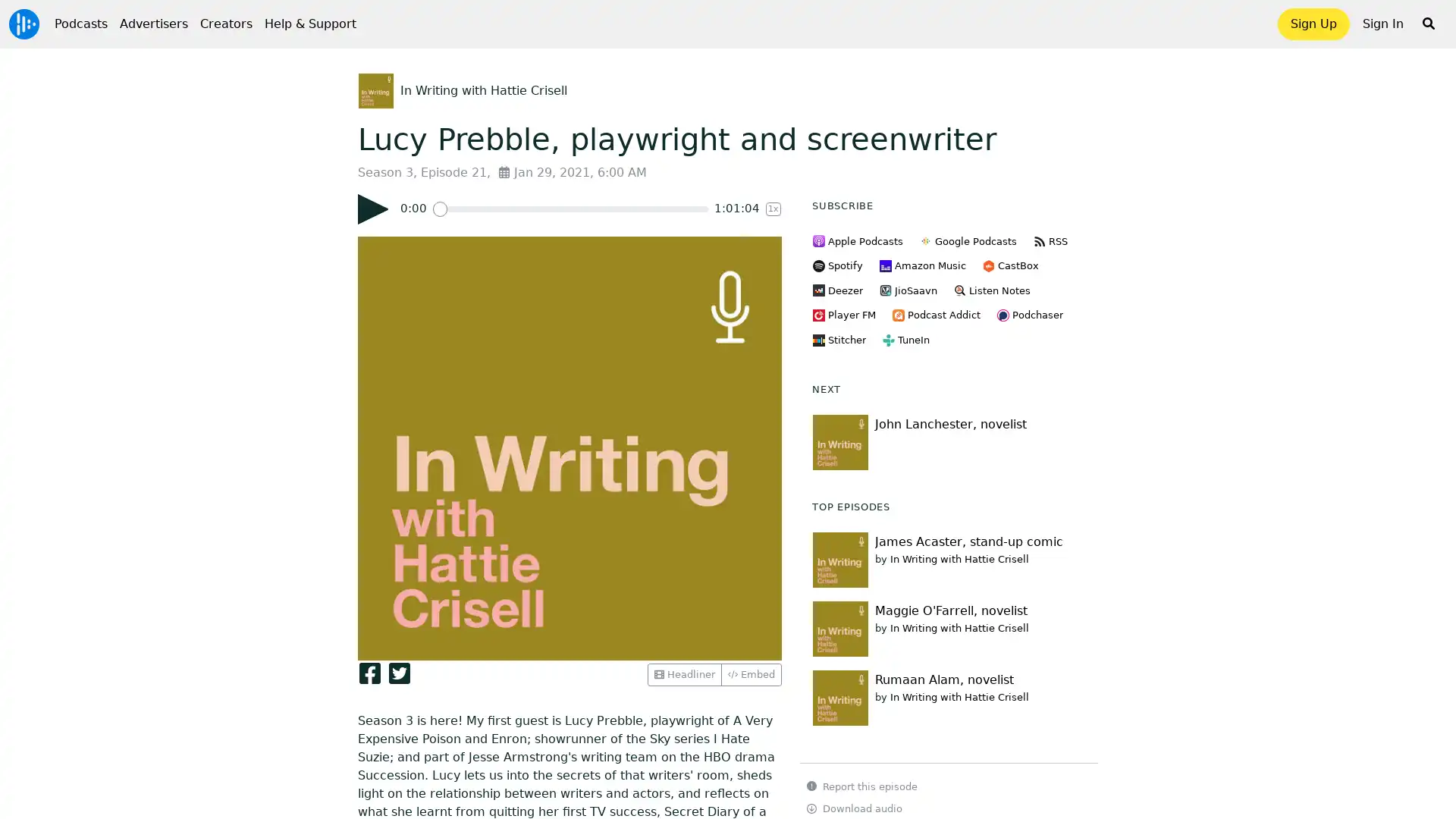 This screenshot has height=819, width=1456. Describe the element at coordinates (372, 209) in the screenshot. I see `play` at that location.